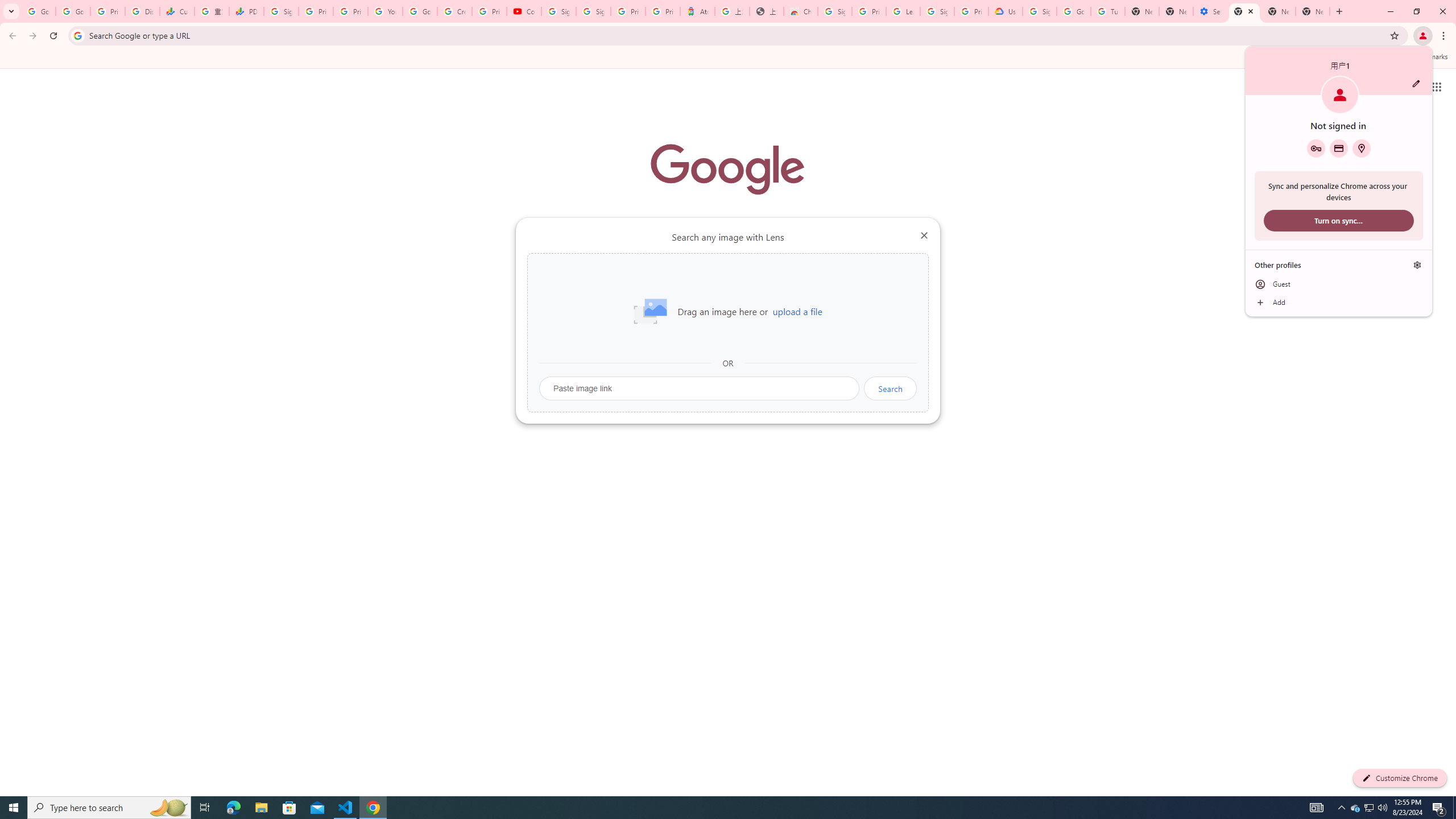 Image resolution: width=1456 pixels, height=819 pixels. Describe the element at coordinates (1210, 11) in the screenshot. I see `'Settings - System'` at that location.